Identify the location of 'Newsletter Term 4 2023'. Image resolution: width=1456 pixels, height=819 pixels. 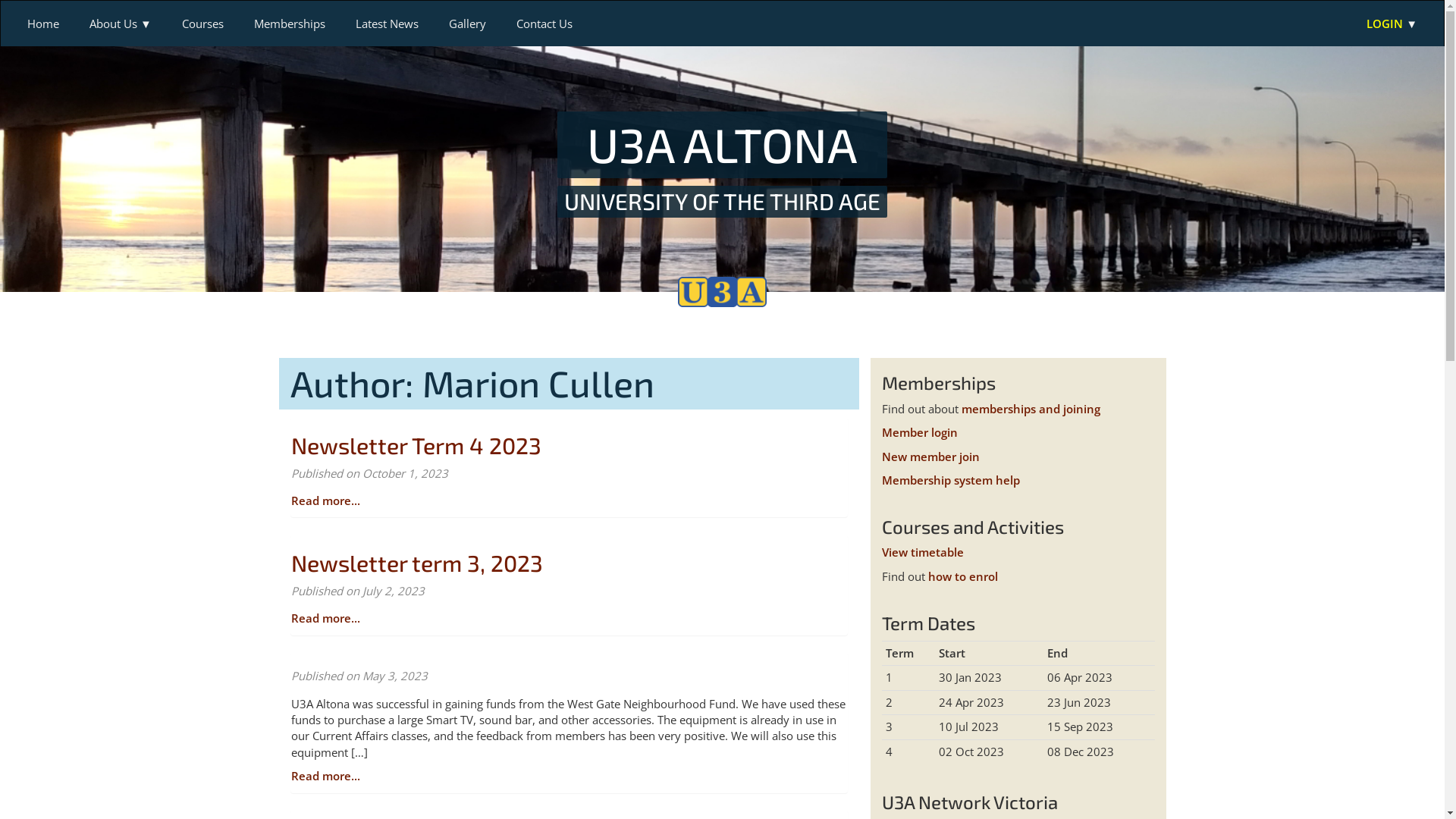
(416, 444).